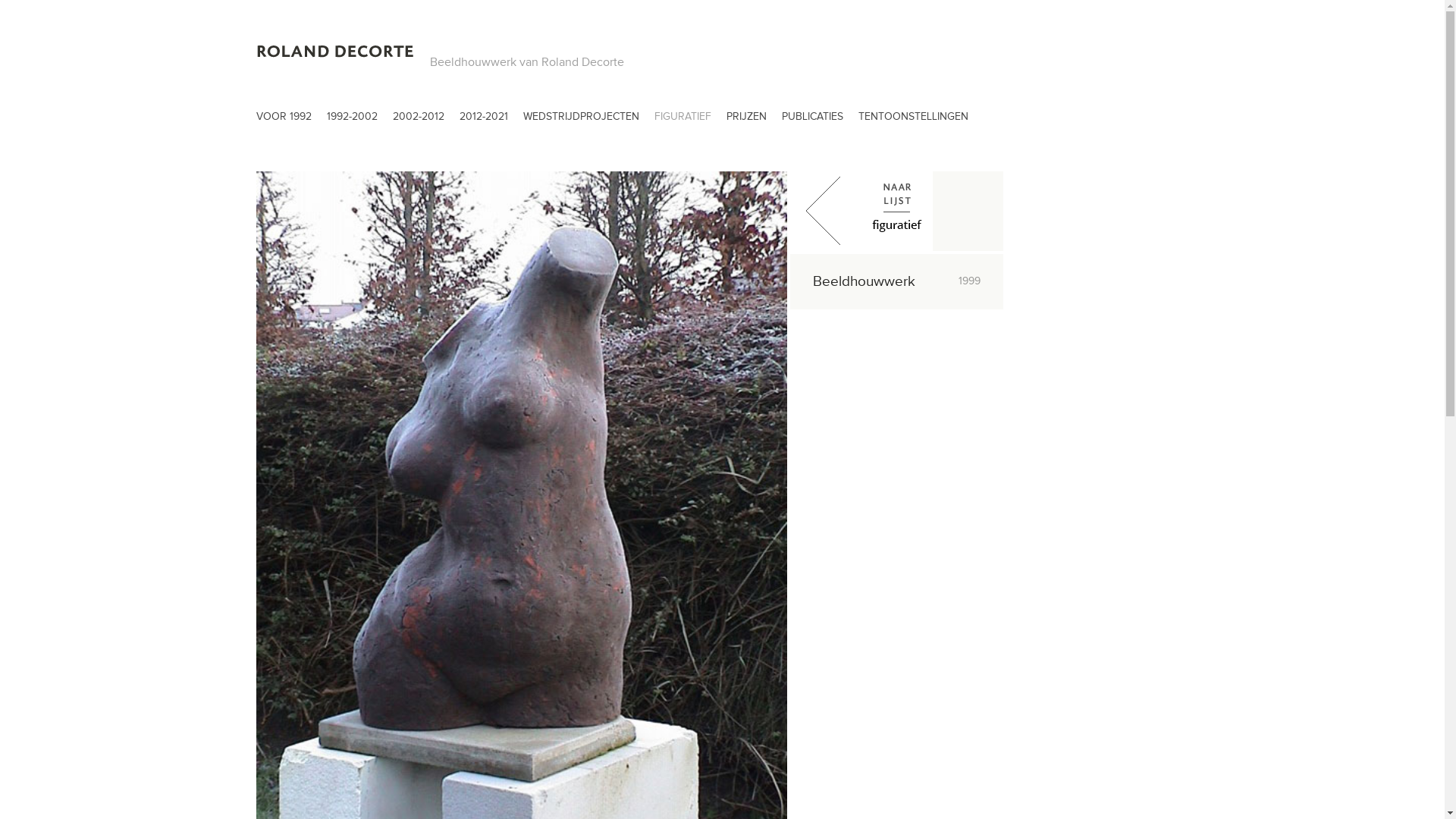 The image size is (1456, 819). Describe the element at coordinates (483, 119) in the screenshot. I see `'2012-2021'` at that location.